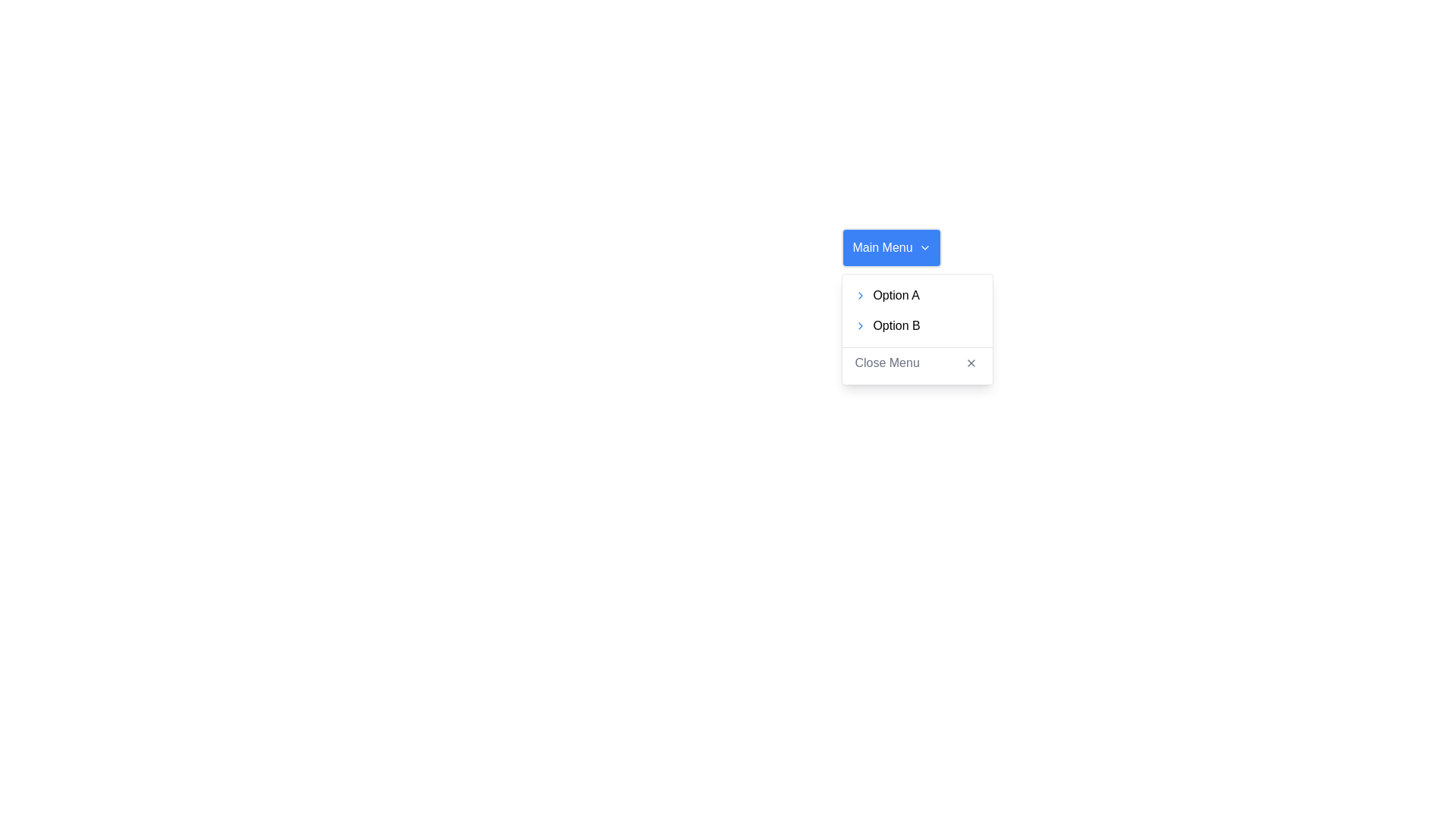 The height and width of the screenshot is (819, 1456). I want to click on the second option in the dropdown menu, which is a Text Label with Icon, so click(917, 328).